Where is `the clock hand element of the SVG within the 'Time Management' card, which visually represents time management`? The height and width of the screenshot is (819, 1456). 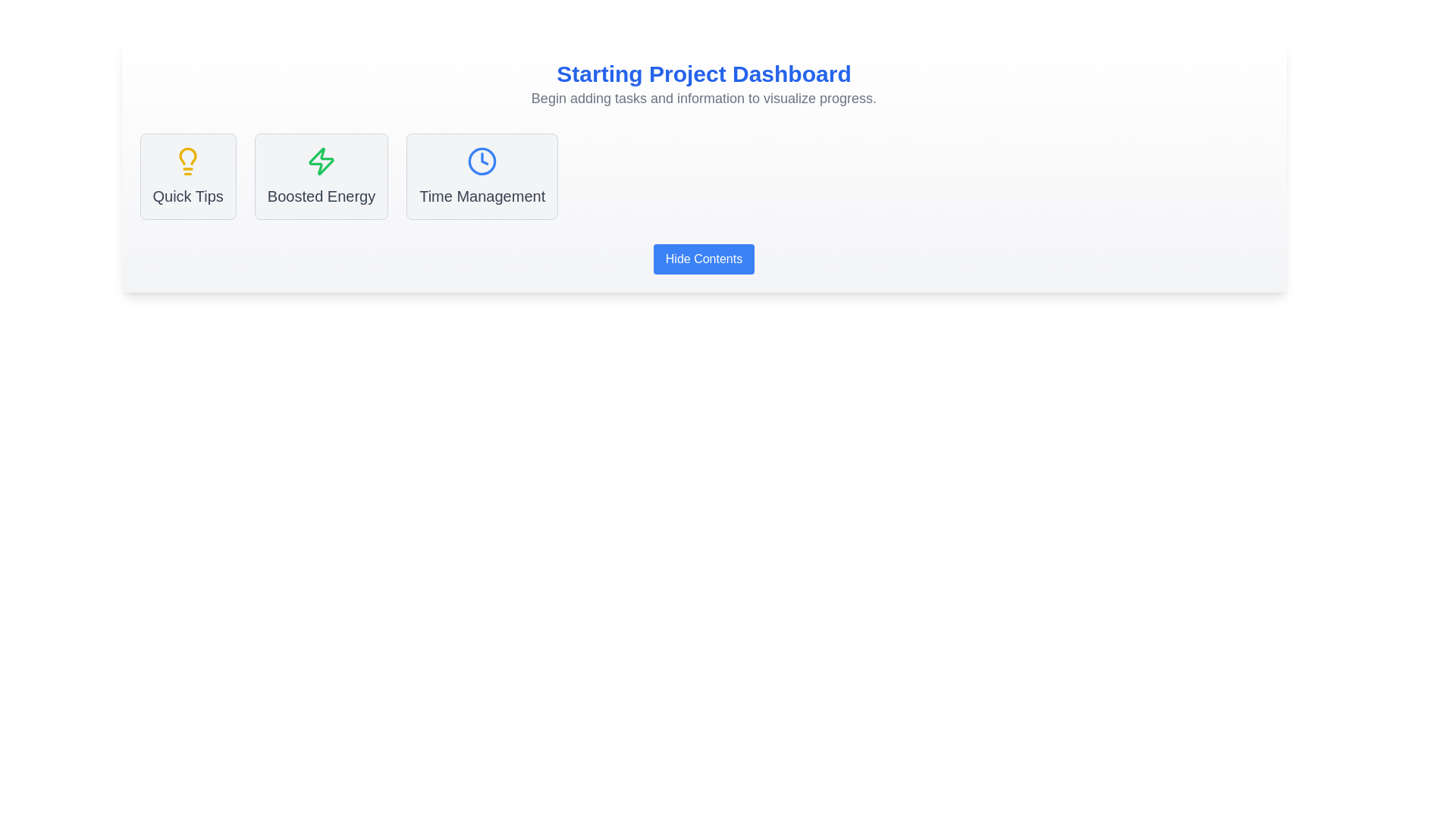
the clock hand element of the SVG within the 'Time Management' card, which visually represents time management is located at coordinates (484, 158).